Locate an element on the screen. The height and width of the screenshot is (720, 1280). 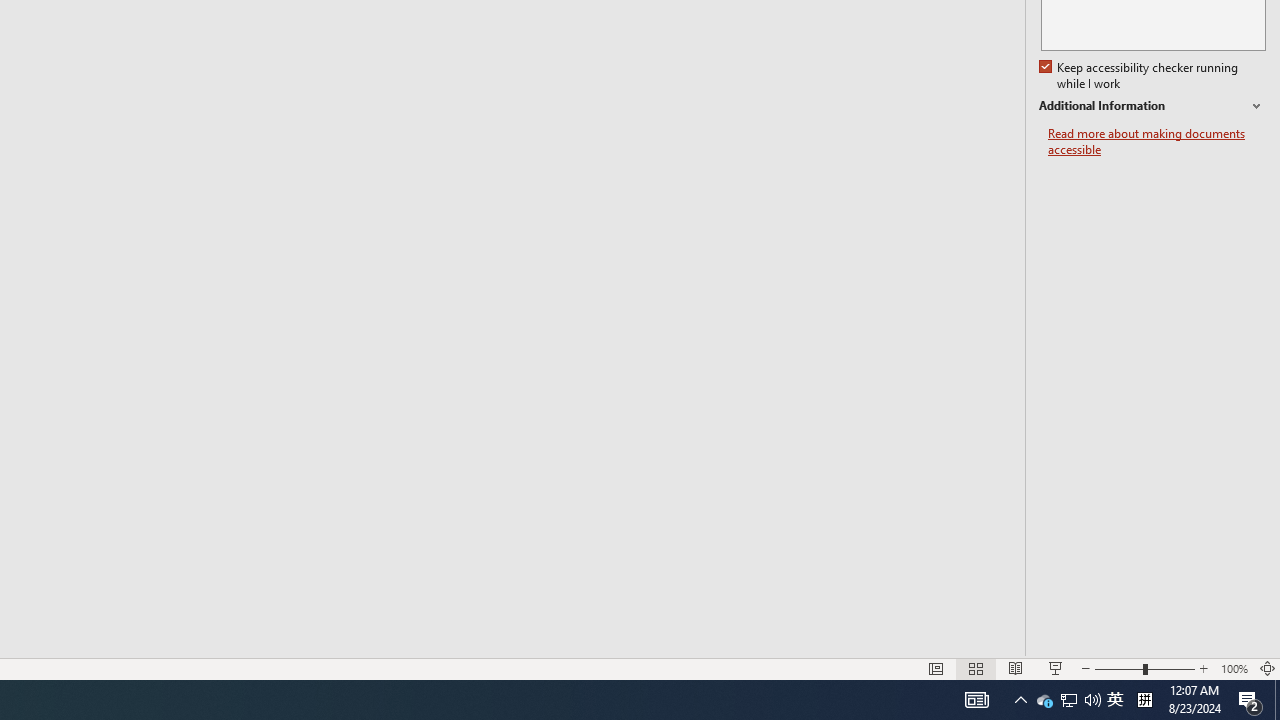
'Read more about making documents accessible' is located at coordinates (1157, 141).